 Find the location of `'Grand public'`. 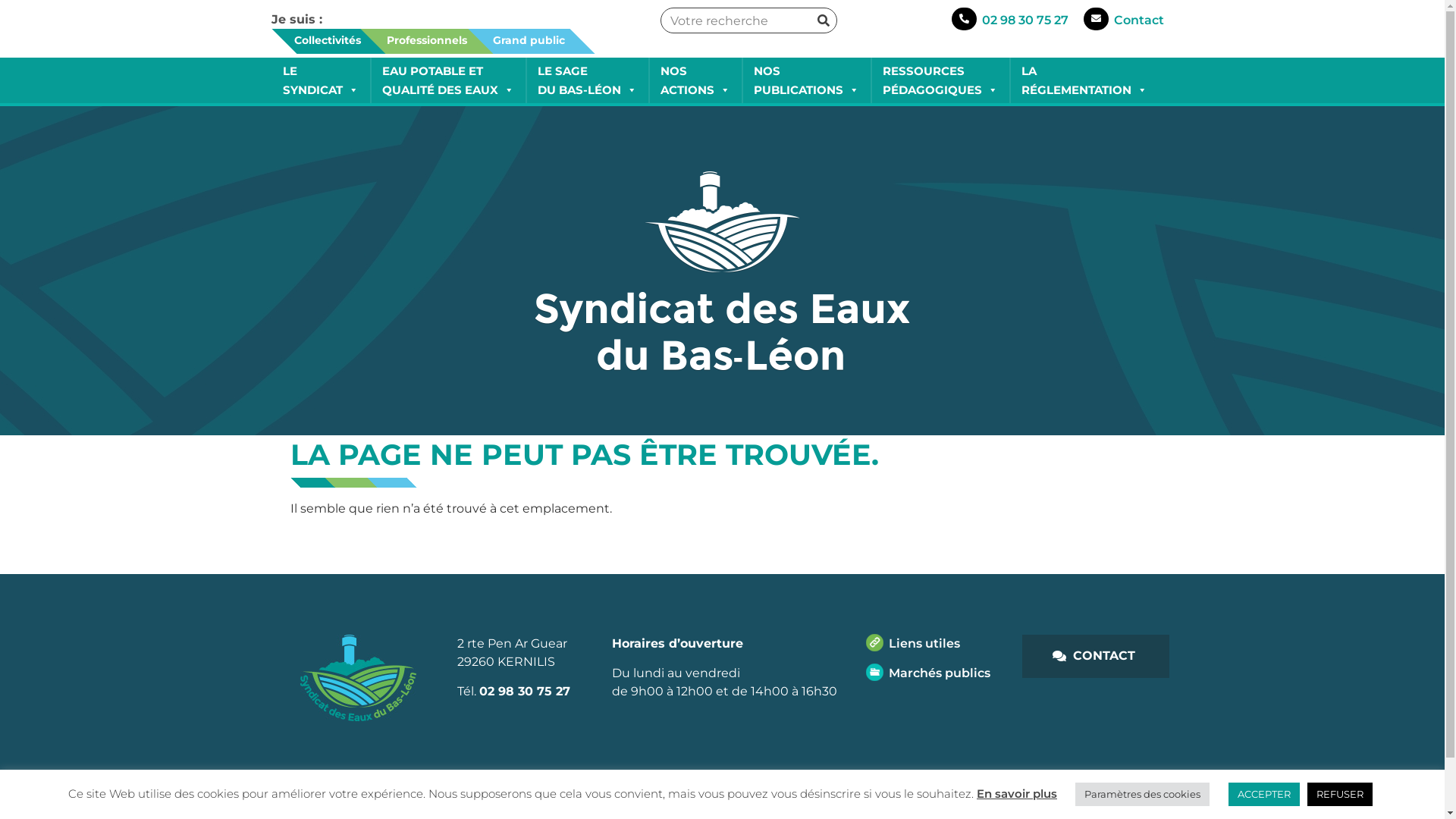

'Grand public' is located at coordinates (517, 37).